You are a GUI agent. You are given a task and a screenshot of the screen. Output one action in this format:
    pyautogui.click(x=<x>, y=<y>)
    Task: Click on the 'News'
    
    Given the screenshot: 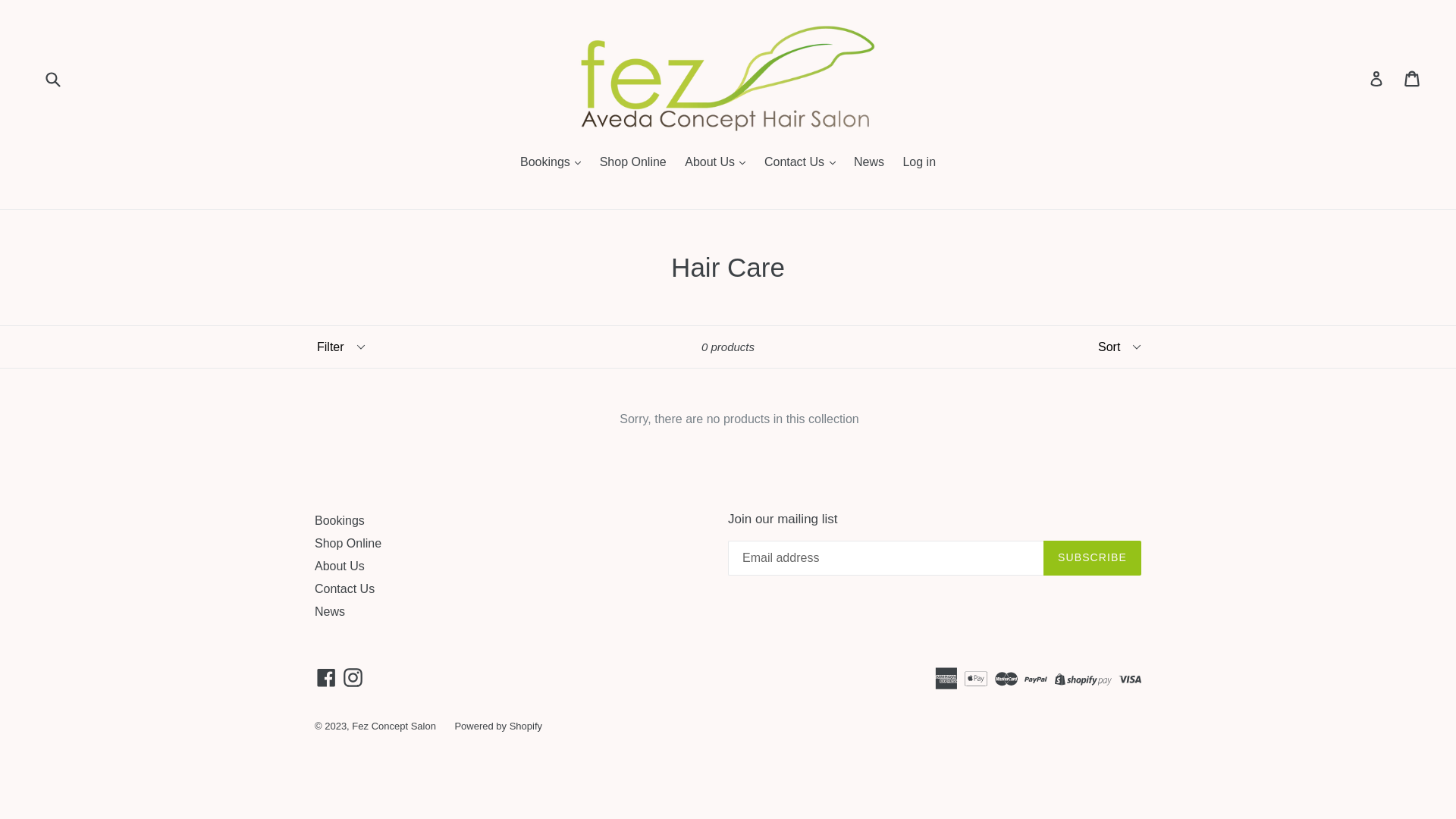 What is the action you would take?
    pyautogui.click(x=329, y=610)
    